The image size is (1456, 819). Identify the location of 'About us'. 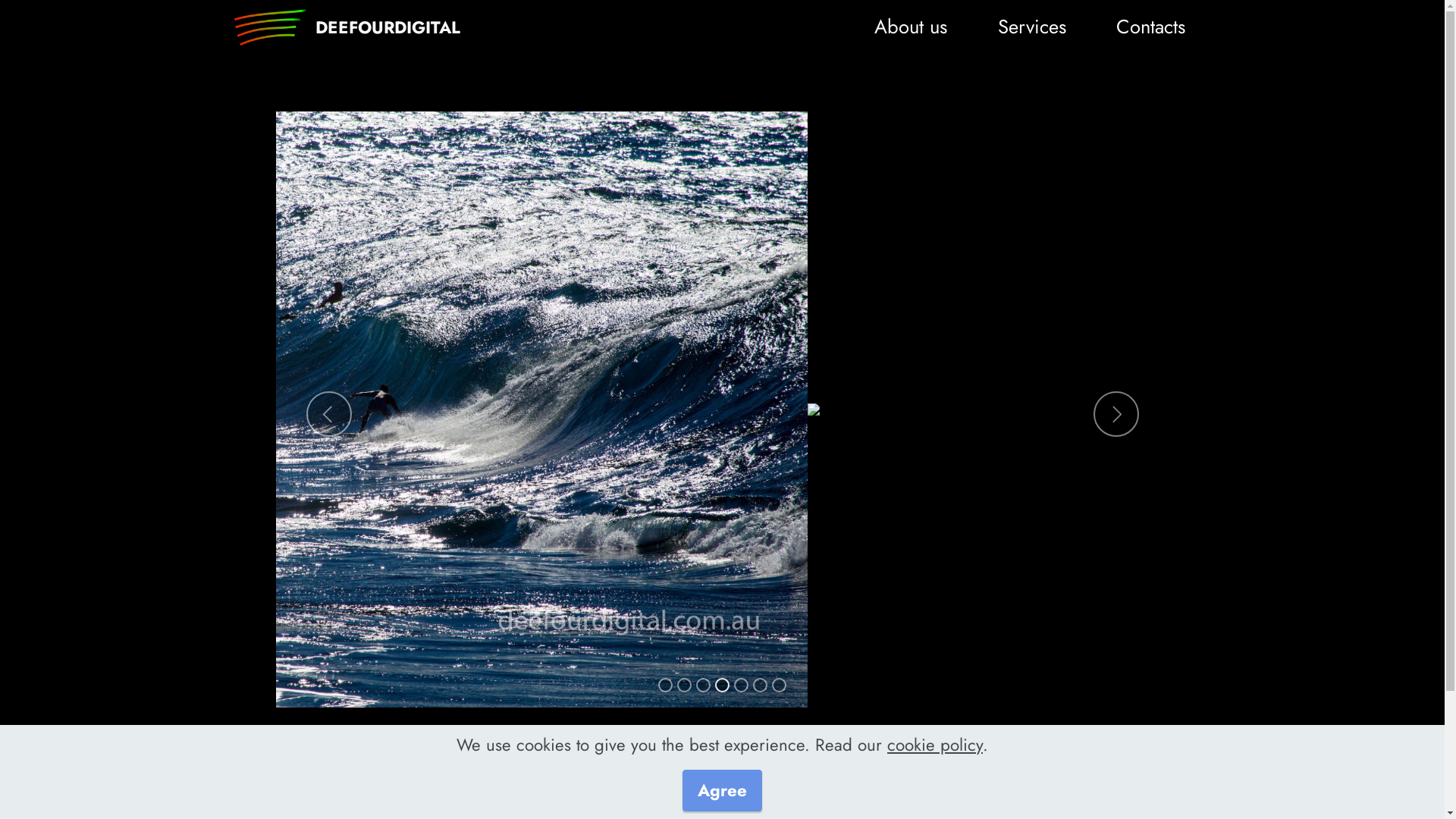
(910, 27).